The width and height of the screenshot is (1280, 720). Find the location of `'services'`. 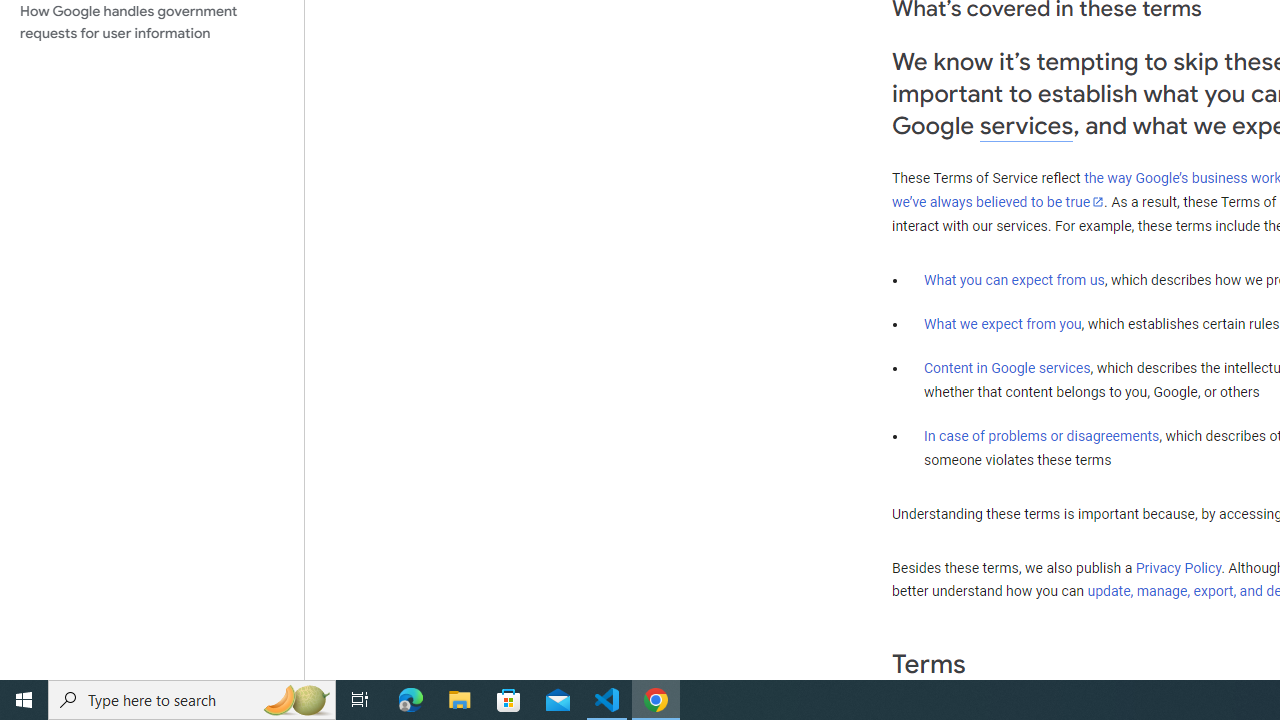

'services' is located at coordinates (1026, 125).